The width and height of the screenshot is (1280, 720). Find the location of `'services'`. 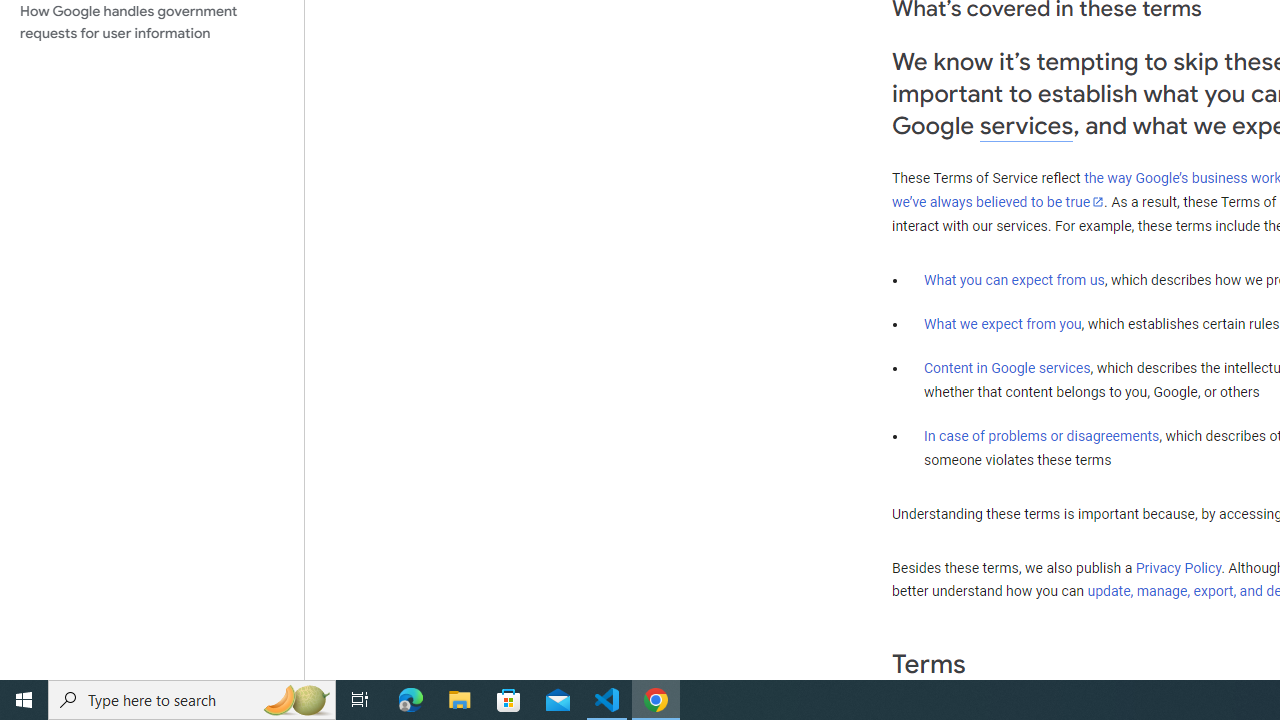

'services' is located at coordinates (1026, 125).